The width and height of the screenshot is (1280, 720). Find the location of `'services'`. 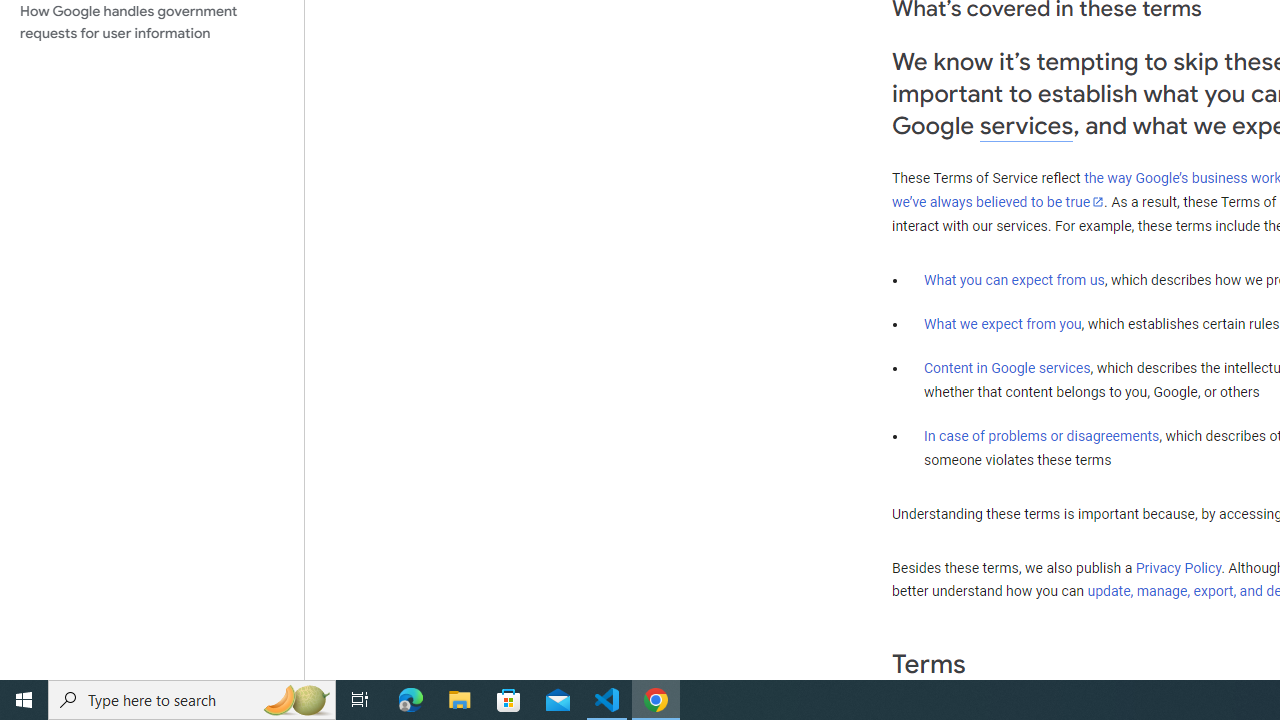

'services' is located at coordinates (1026, 125).